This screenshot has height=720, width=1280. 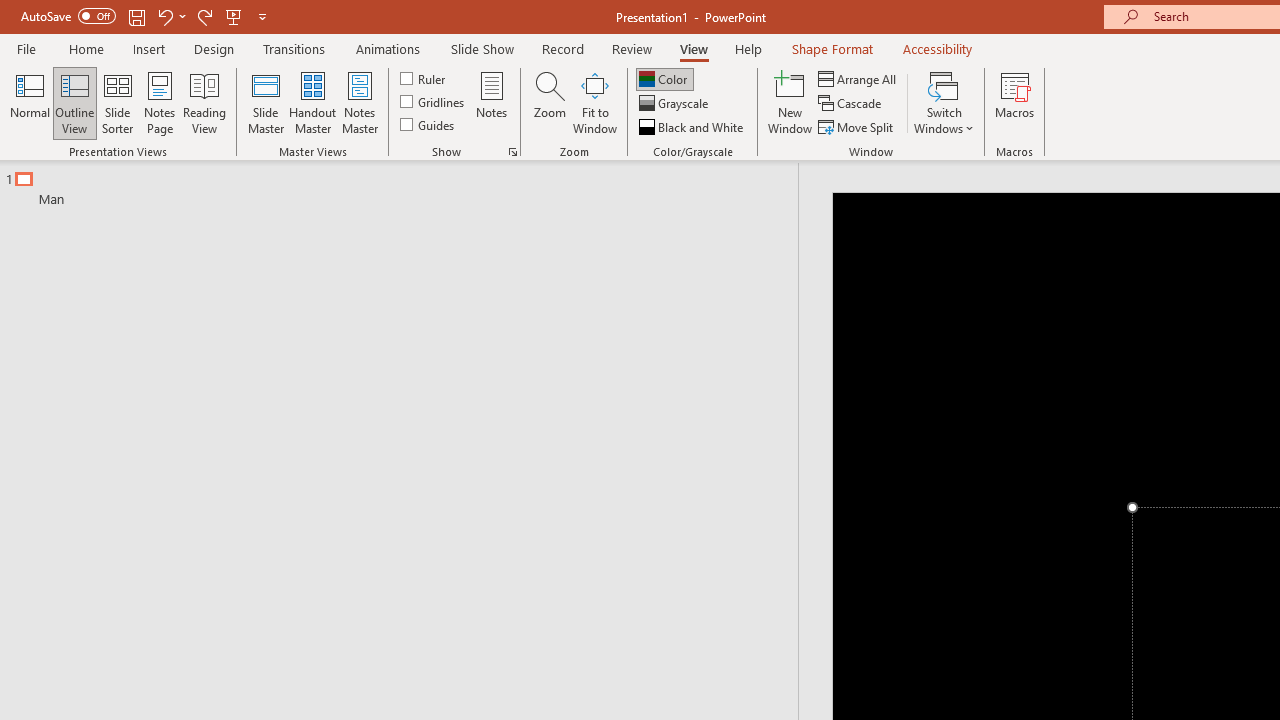 What do you see at coordinates (664, 78) in the screenshot?
I see `'Color'` at bounding box center [664, 78].